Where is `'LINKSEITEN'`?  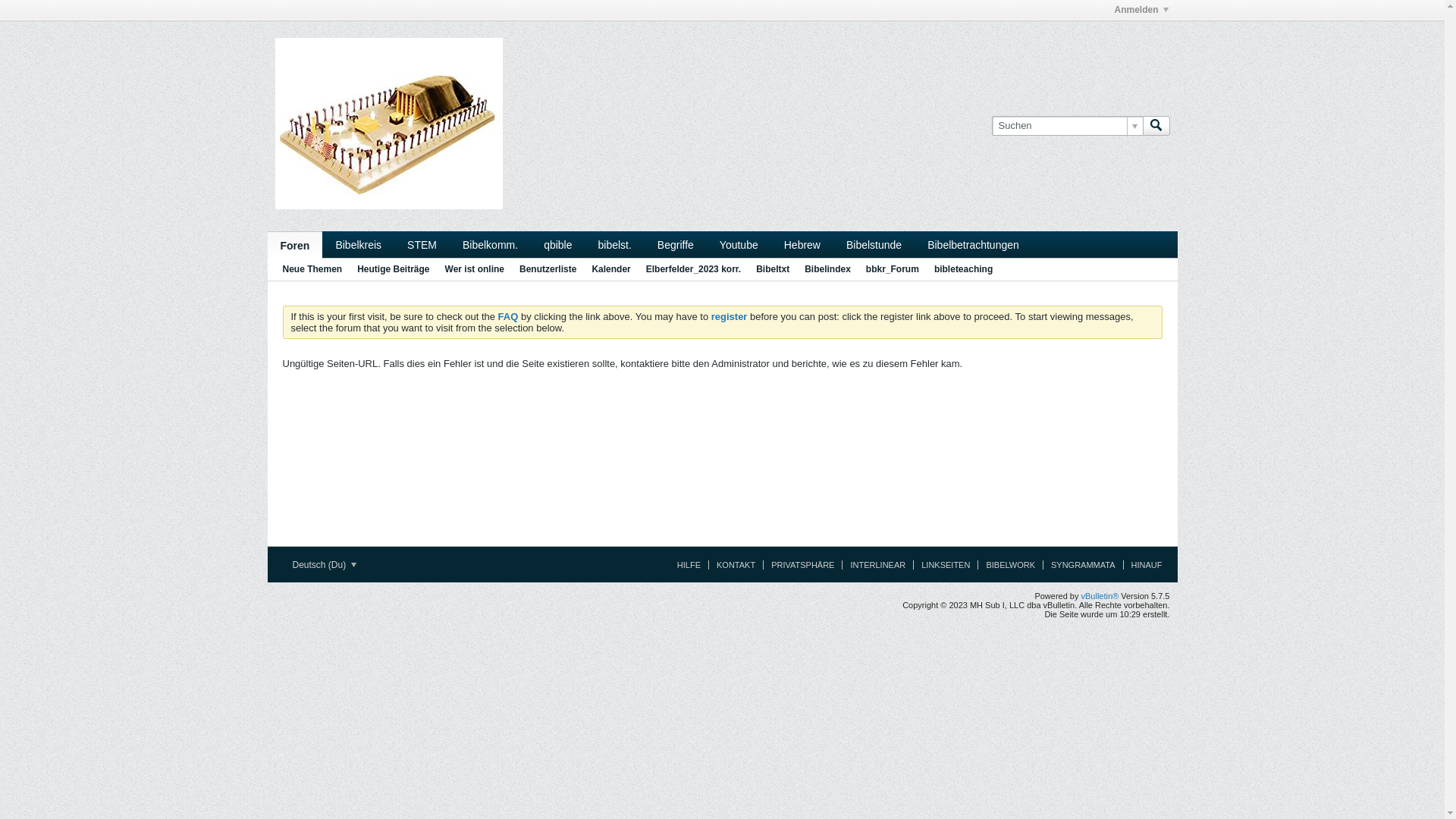 'LINKSEITEN' is located at coordinates (940, 564).